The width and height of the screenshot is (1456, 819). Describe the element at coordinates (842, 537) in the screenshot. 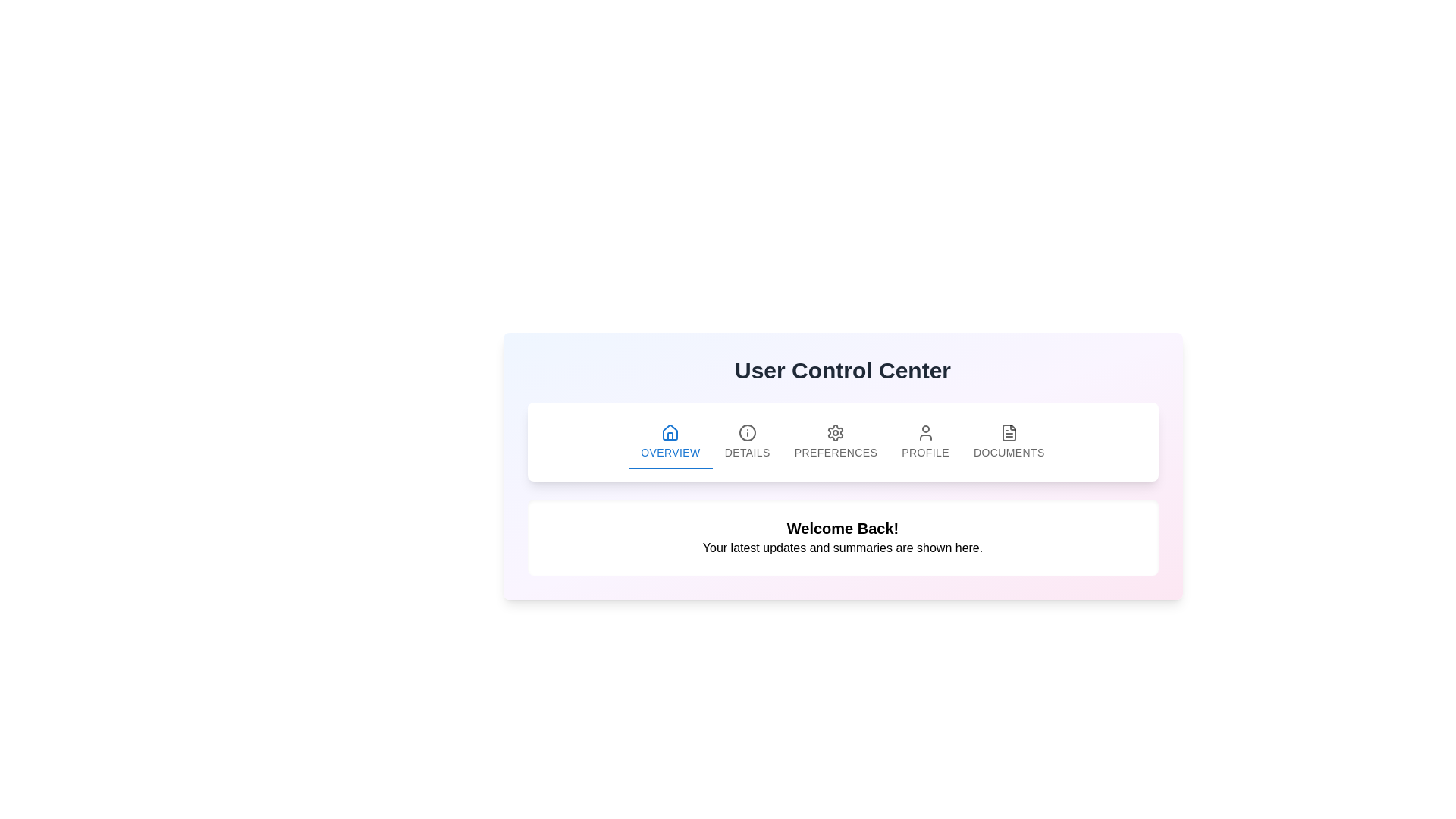

I see `the Text component that contains the header 'Welcome Back!' and the subtitle 'Your latest updates and summaries are shown here.'` at that location.